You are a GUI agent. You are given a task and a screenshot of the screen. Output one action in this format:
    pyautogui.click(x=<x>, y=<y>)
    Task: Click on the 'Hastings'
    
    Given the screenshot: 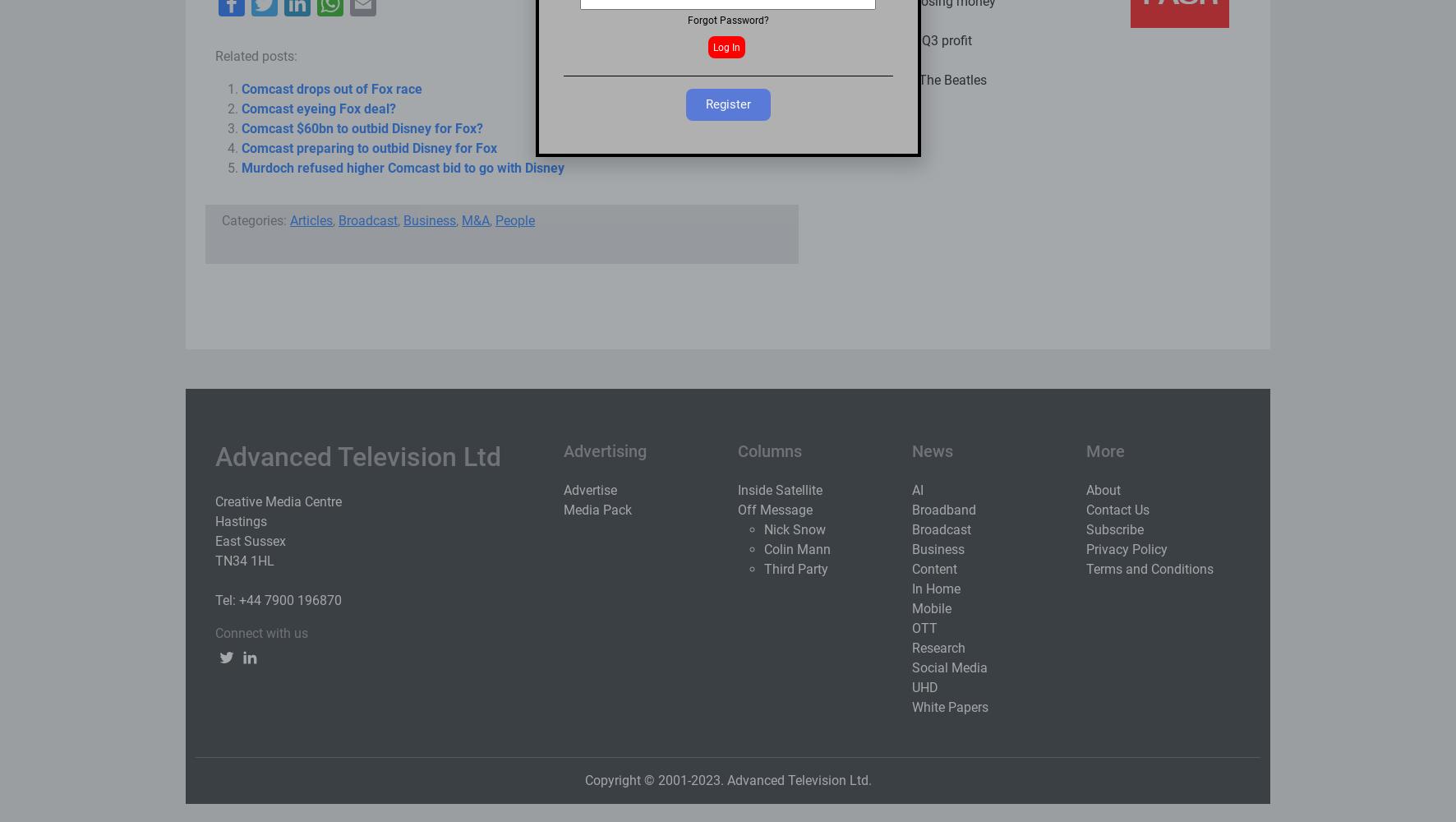 What is the action you would take?
    pyautogui.click(x=214, y=521)
    